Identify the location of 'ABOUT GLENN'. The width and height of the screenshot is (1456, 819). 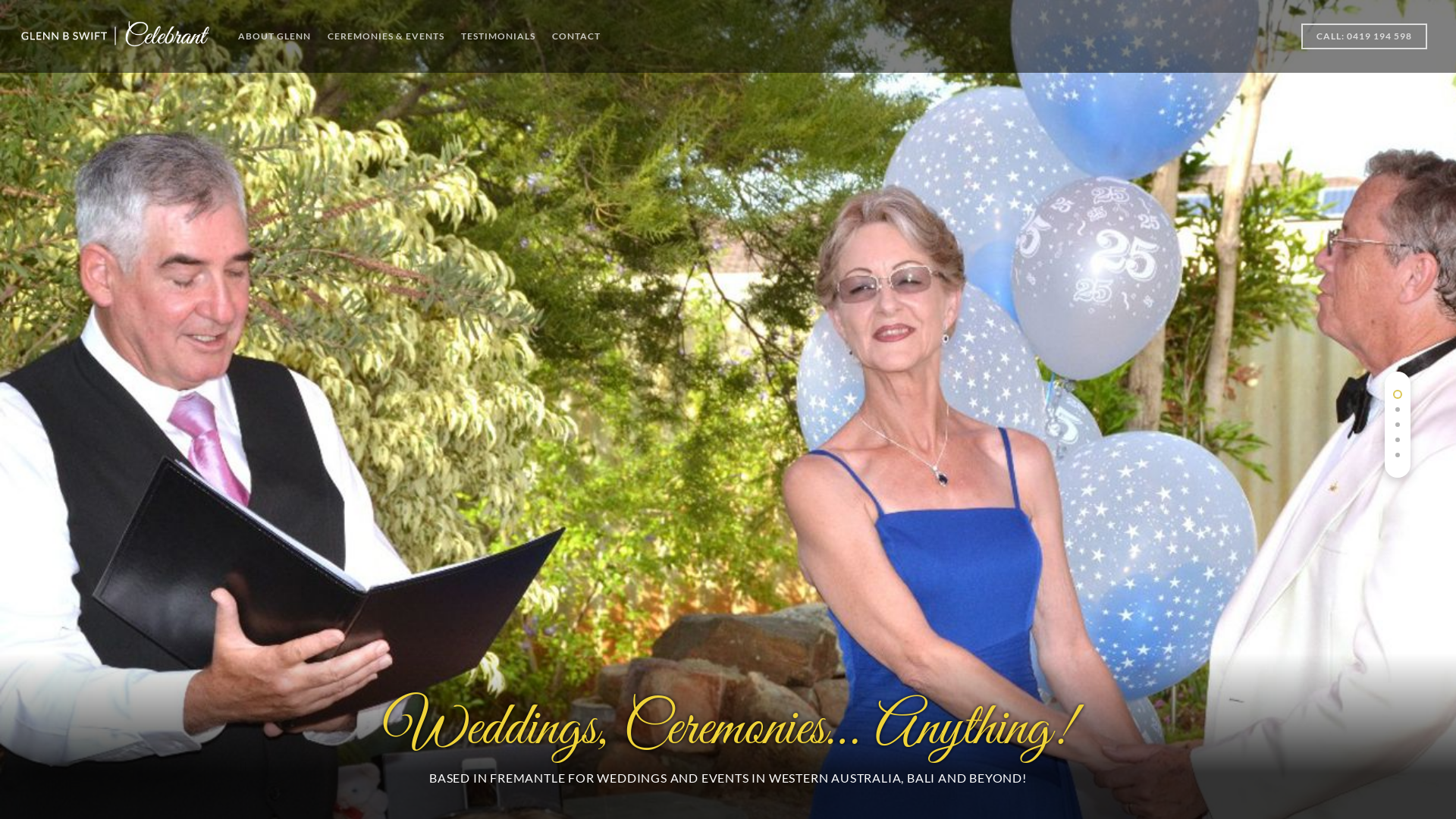
(274, 37).